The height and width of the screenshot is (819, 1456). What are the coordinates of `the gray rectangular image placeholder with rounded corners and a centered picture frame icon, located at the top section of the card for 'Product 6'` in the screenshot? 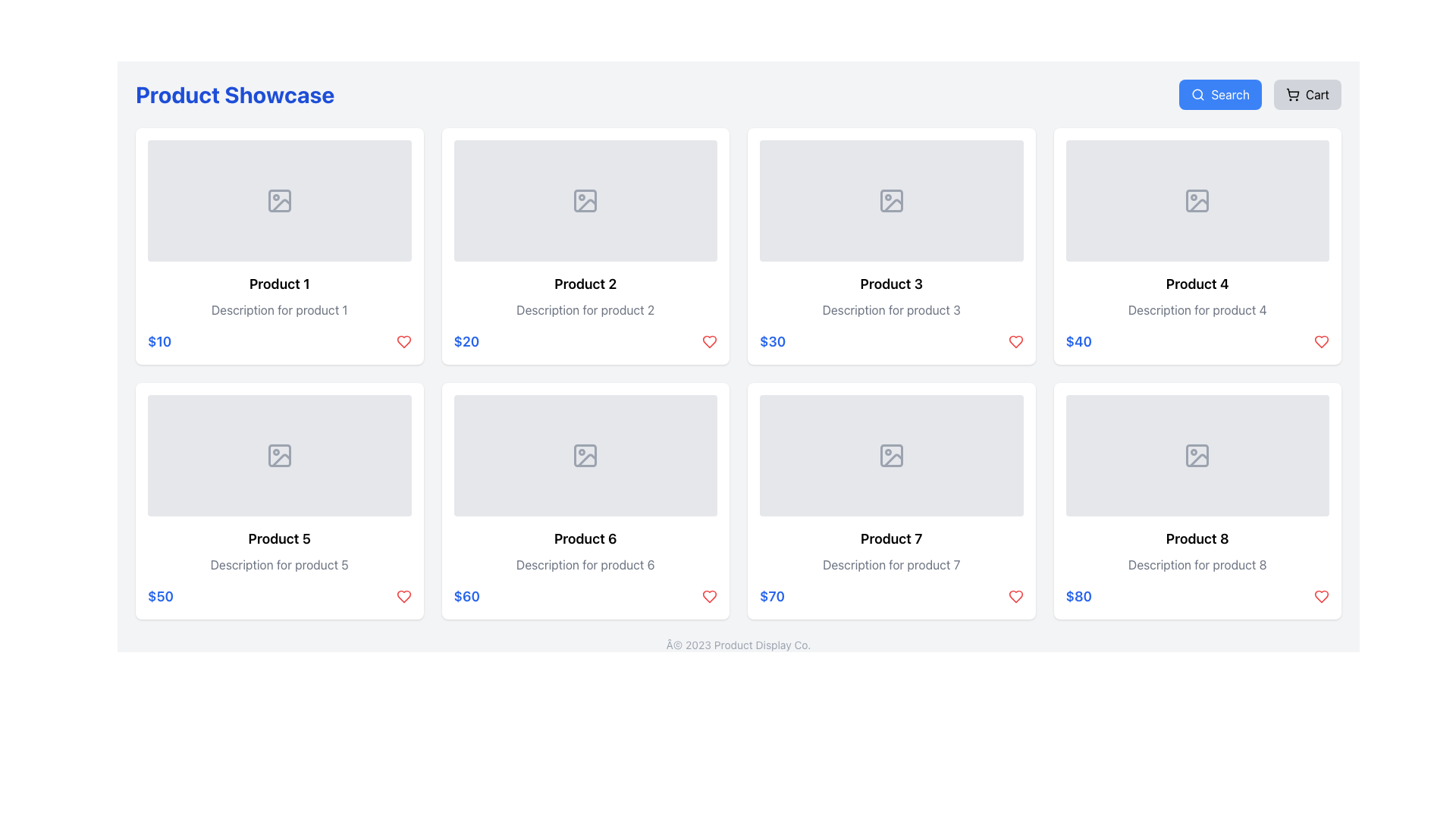 It's located at (585, 455).